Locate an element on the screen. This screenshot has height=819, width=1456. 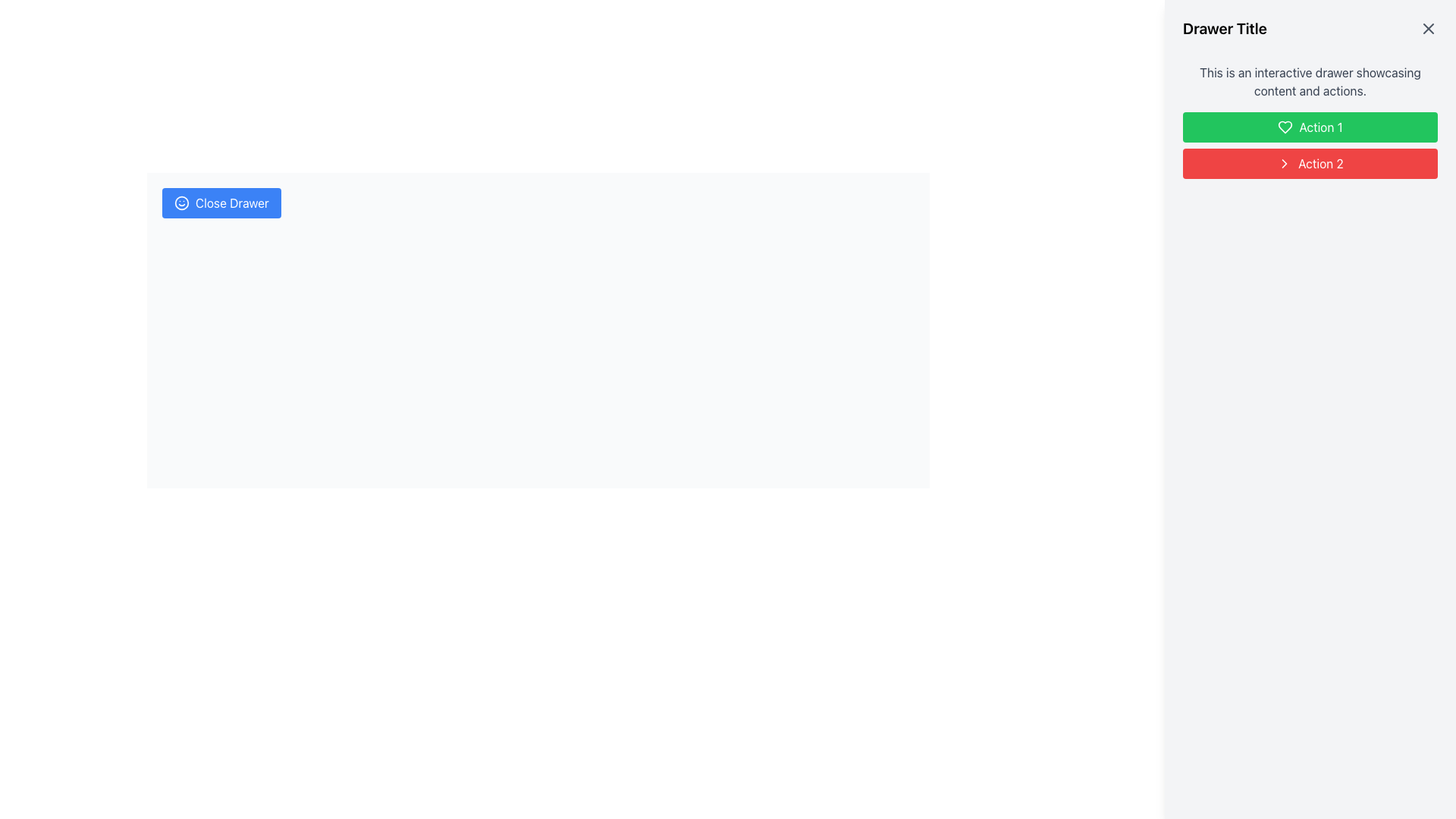
the text label 'Close Drawer' for accessibility tools is located at coordinates (231, 202).